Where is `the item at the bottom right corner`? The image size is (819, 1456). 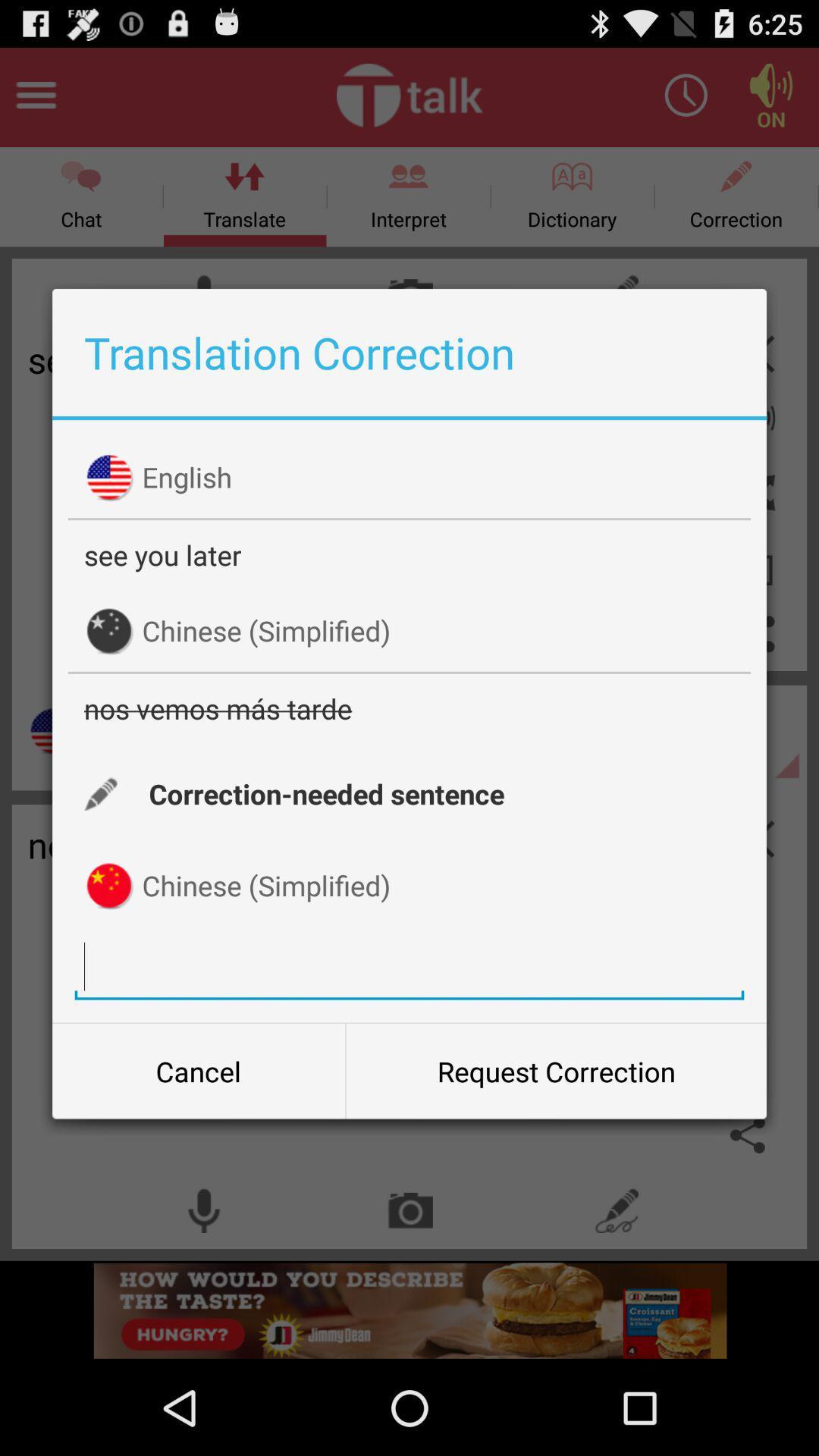 the item at the bottom right corner is located at coordinates (556, 1070).